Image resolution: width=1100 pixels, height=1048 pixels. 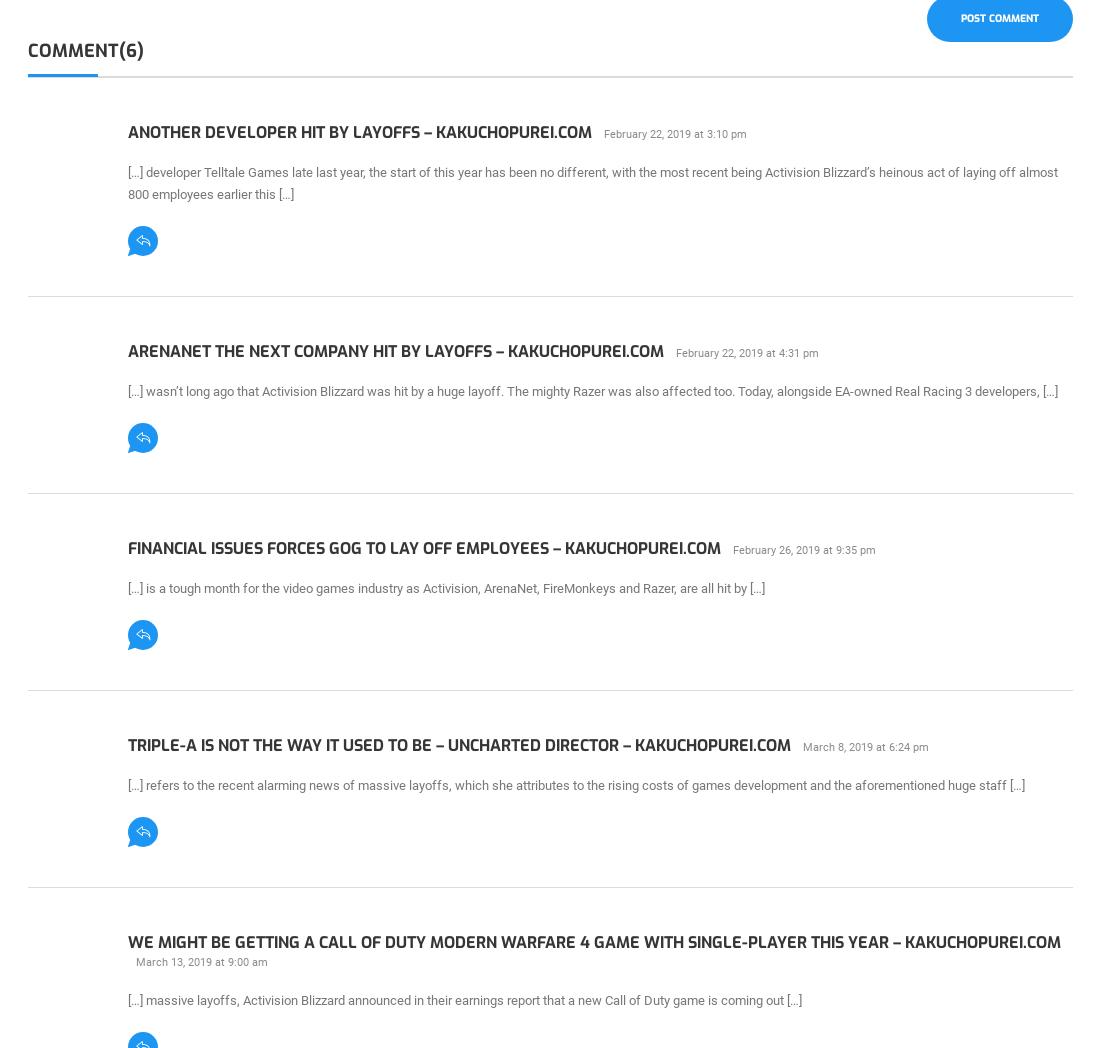 What do you see at coordinates (462, 998) in the screenshot?
I see `'[…] massive layoffs, Activision Blizzard announced in their earnings report that a new Call of Duty game is coming out […]'` at bounding box center [462, 998].